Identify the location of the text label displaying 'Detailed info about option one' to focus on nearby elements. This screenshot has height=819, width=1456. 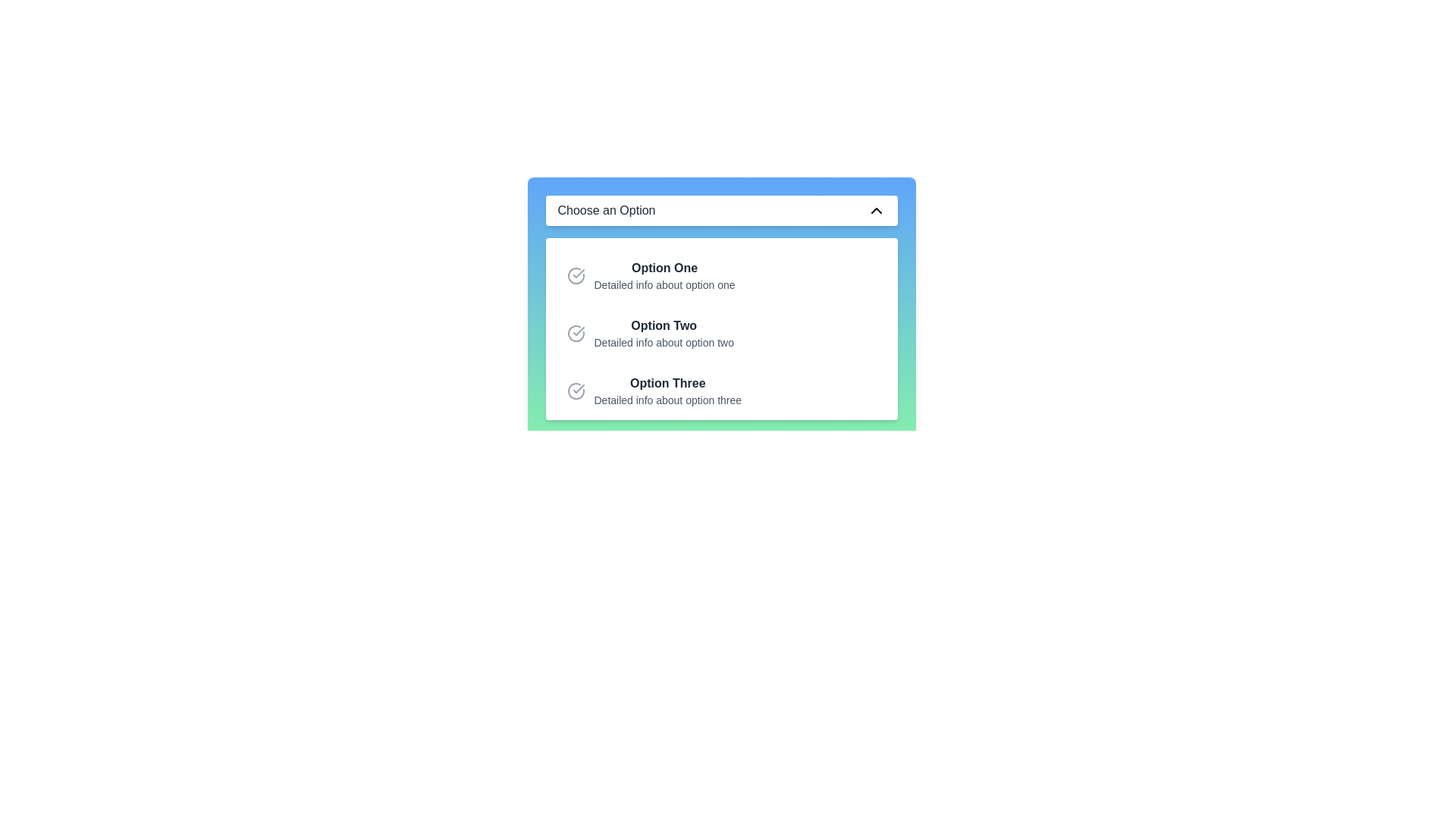
(664, 284).